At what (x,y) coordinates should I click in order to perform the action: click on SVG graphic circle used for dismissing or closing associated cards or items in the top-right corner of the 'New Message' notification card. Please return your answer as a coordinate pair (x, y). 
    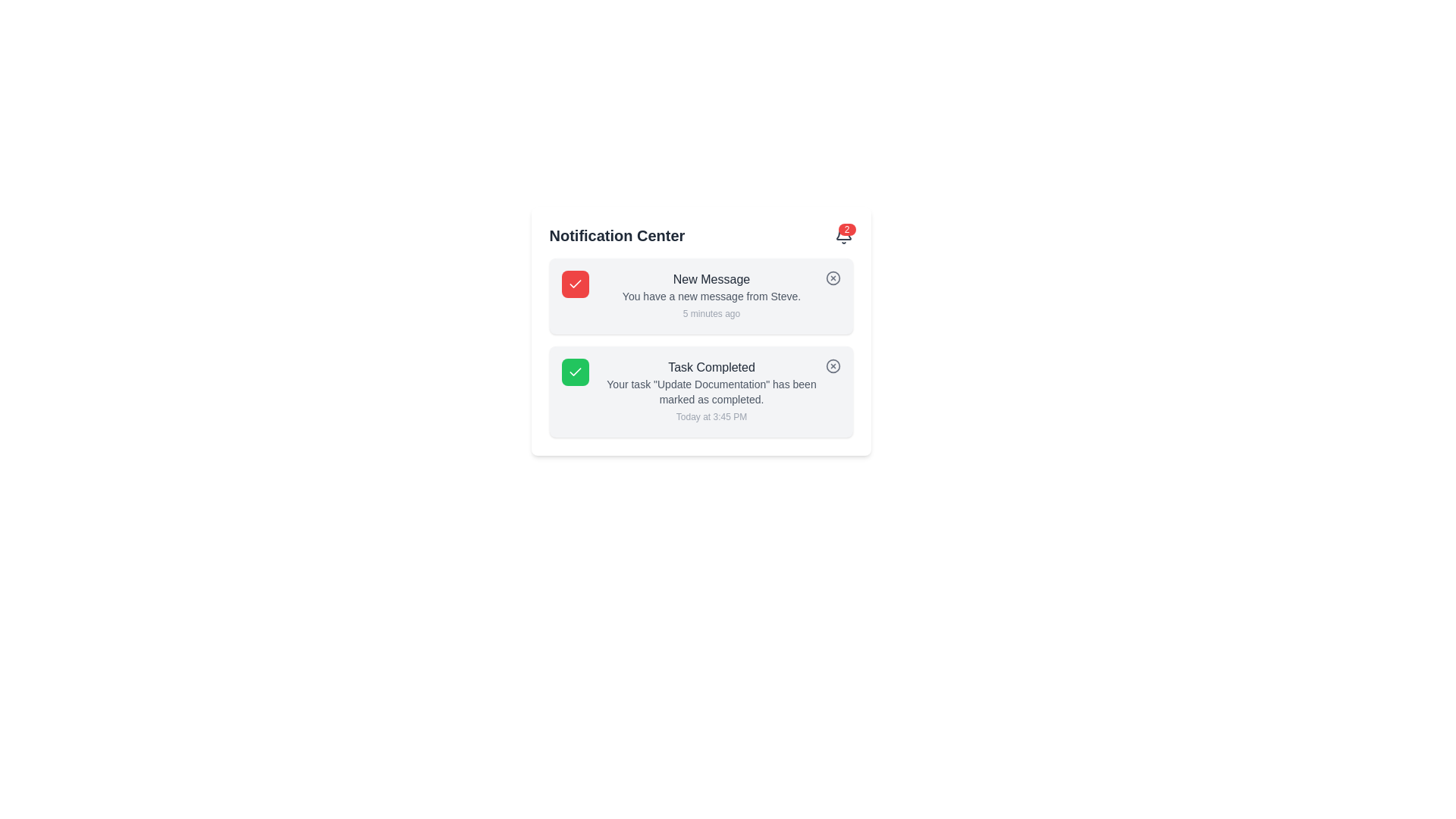
    Looking at the image, I should click on (832, 278).